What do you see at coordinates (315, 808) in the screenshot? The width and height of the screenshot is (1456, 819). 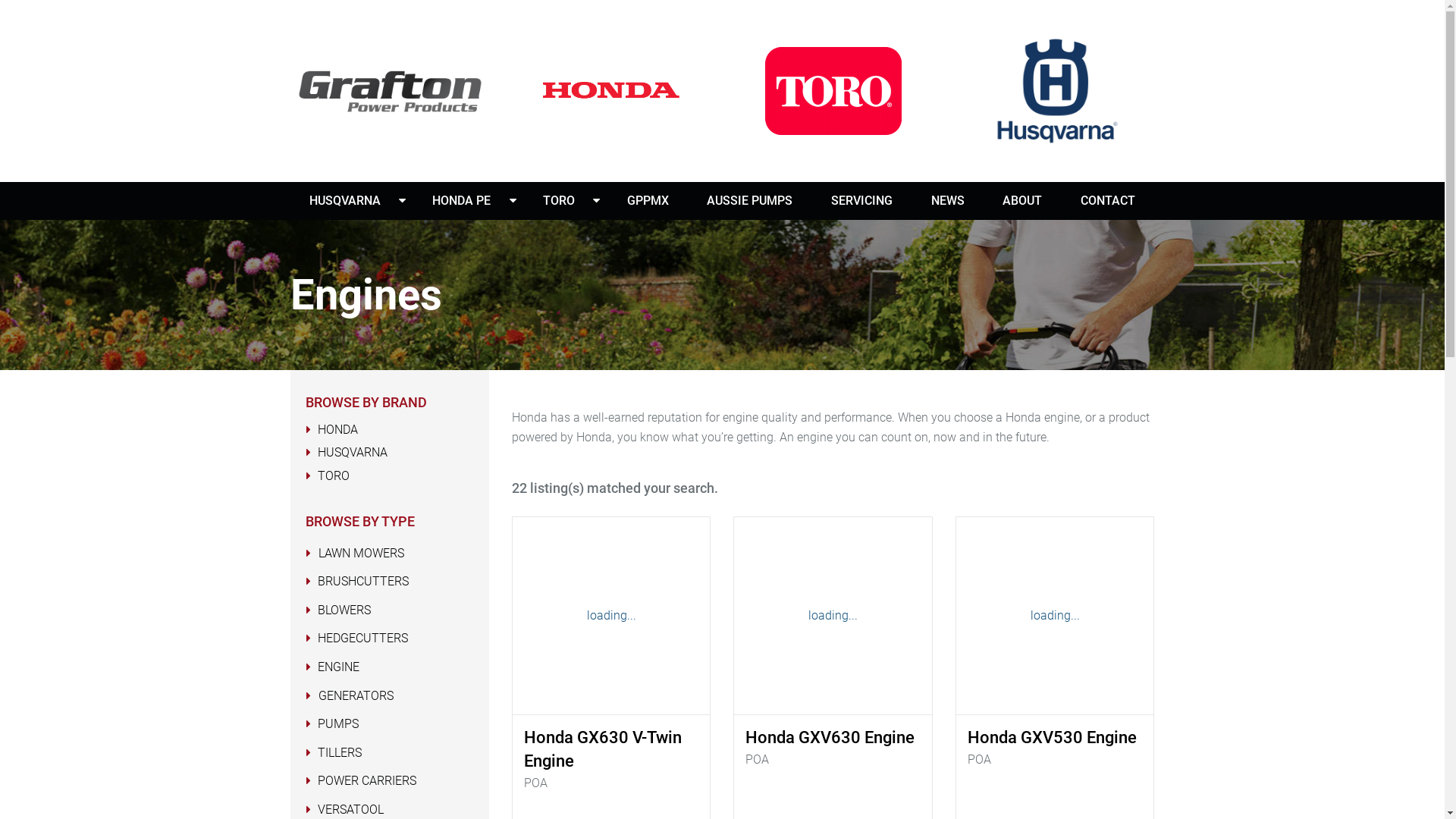 I see `'VERSATOOL'` at bounding box center [315, 808].